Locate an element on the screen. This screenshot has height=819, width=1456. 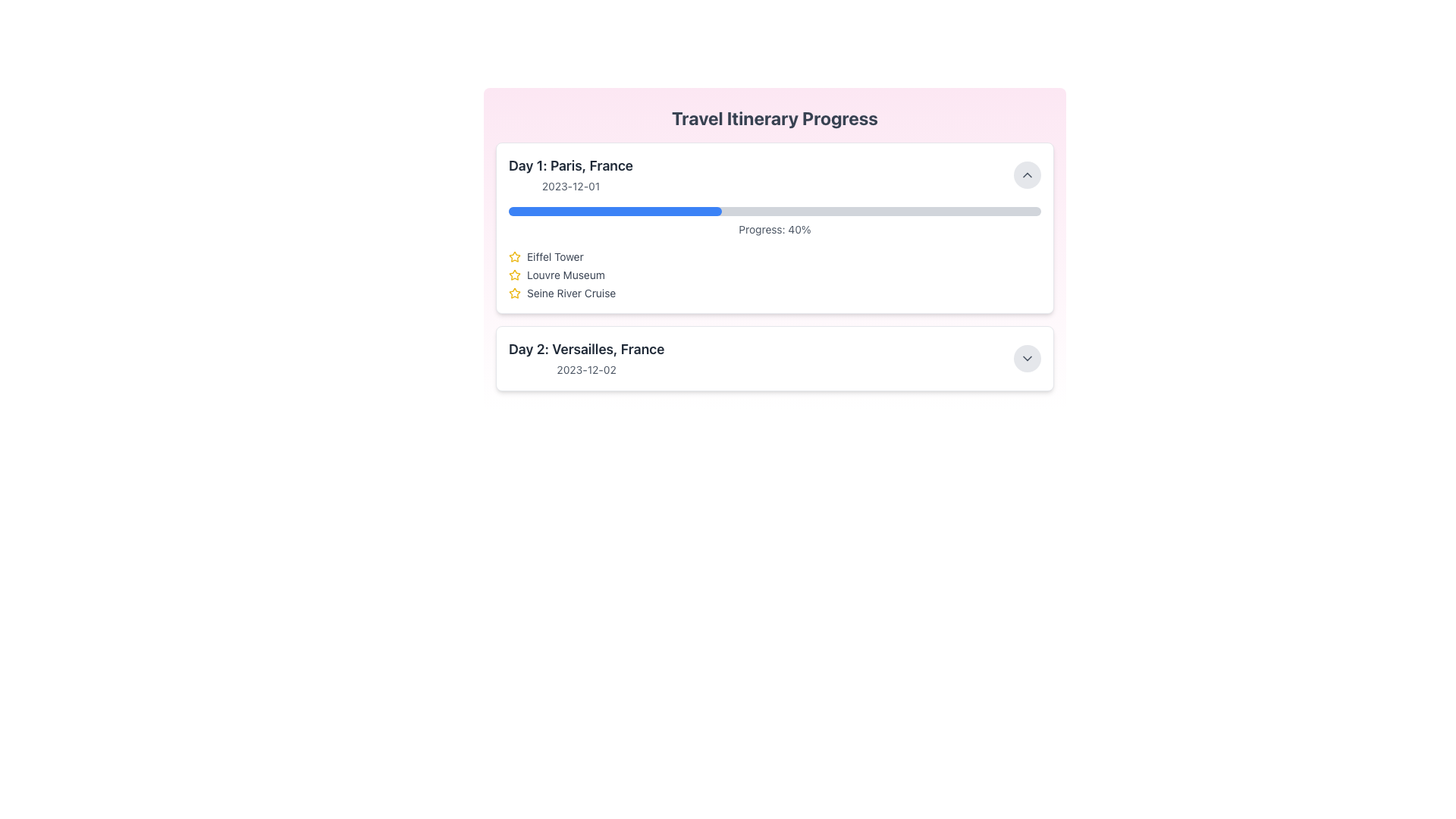
the text block displaying 'Day 2: Versailles, France' and the date '2023-12-02', which is the second item in the 'Travel Itinerary Progress' section is located at coordinates (585, 359).